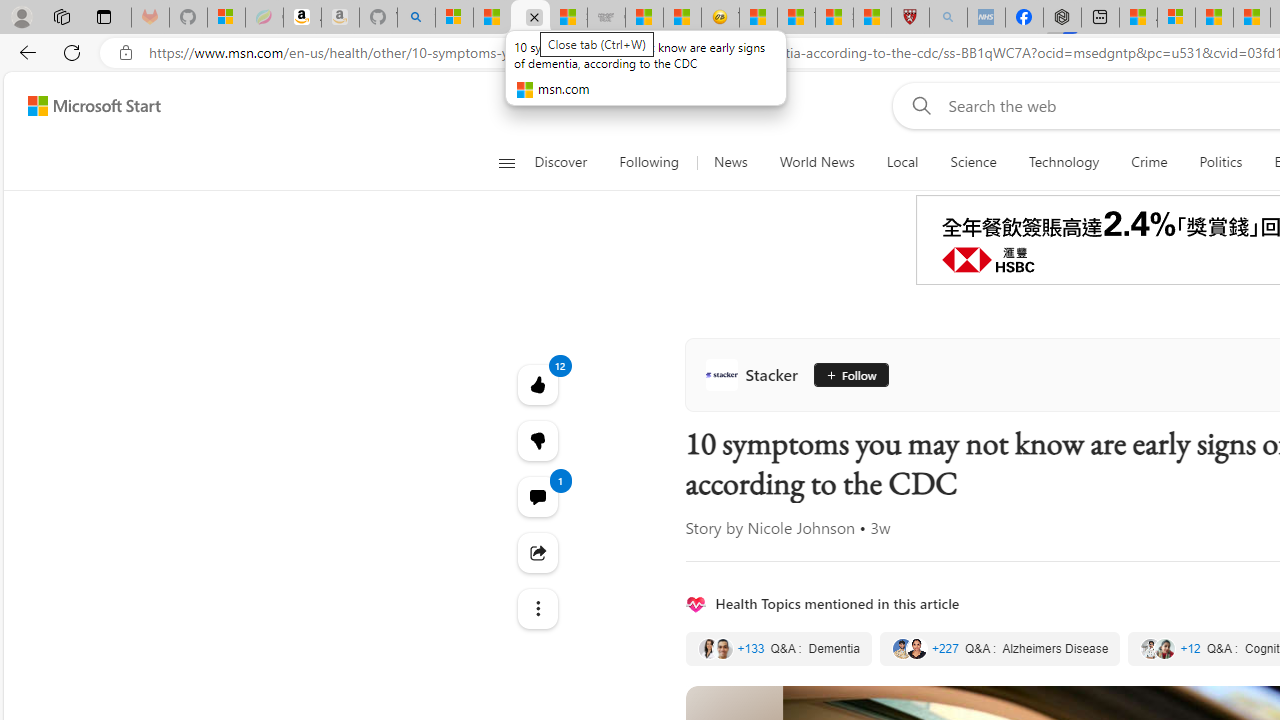  Describe the element at coordinates (754, 375) in the screenshot. I see `'Stacker'` at that location.